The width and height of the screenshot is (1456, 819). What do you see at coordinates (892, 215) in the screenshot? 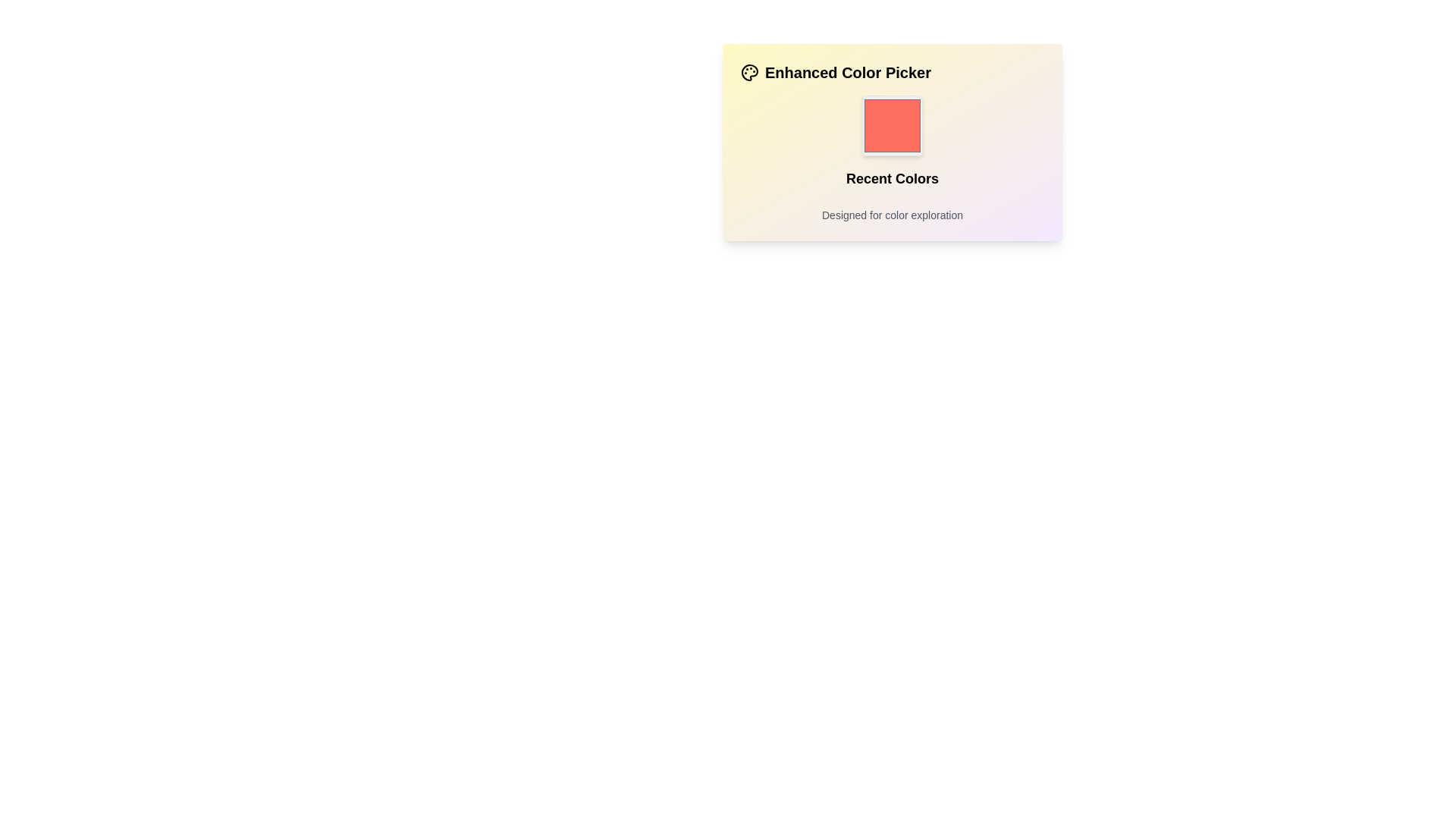
I see `the informational Text label located beneath the 'Recent Colors' label in the 'Enhanced Color Picker' panel` at bounding box center [892, 215].